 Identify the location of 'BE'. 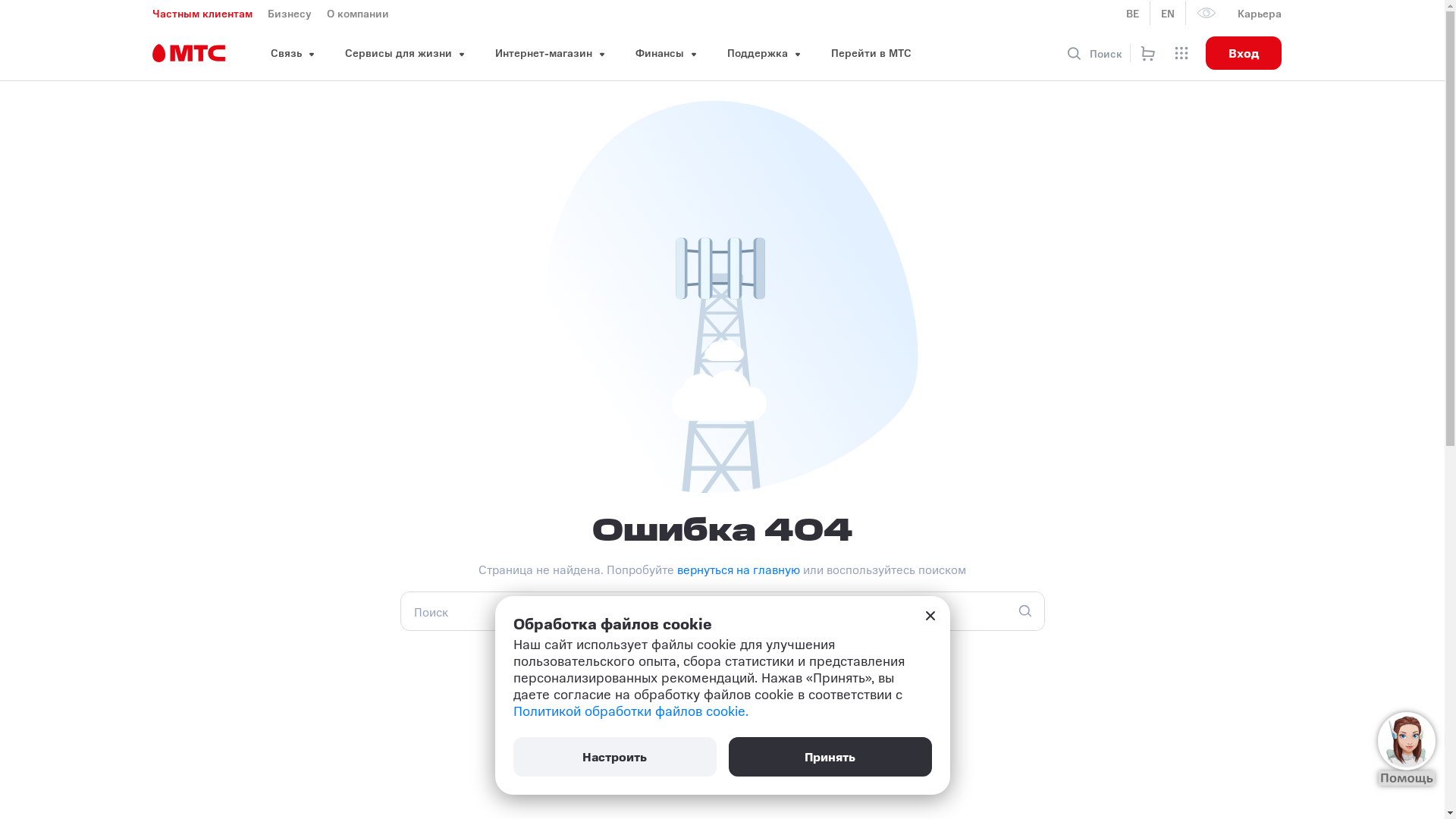
(1132, 12).